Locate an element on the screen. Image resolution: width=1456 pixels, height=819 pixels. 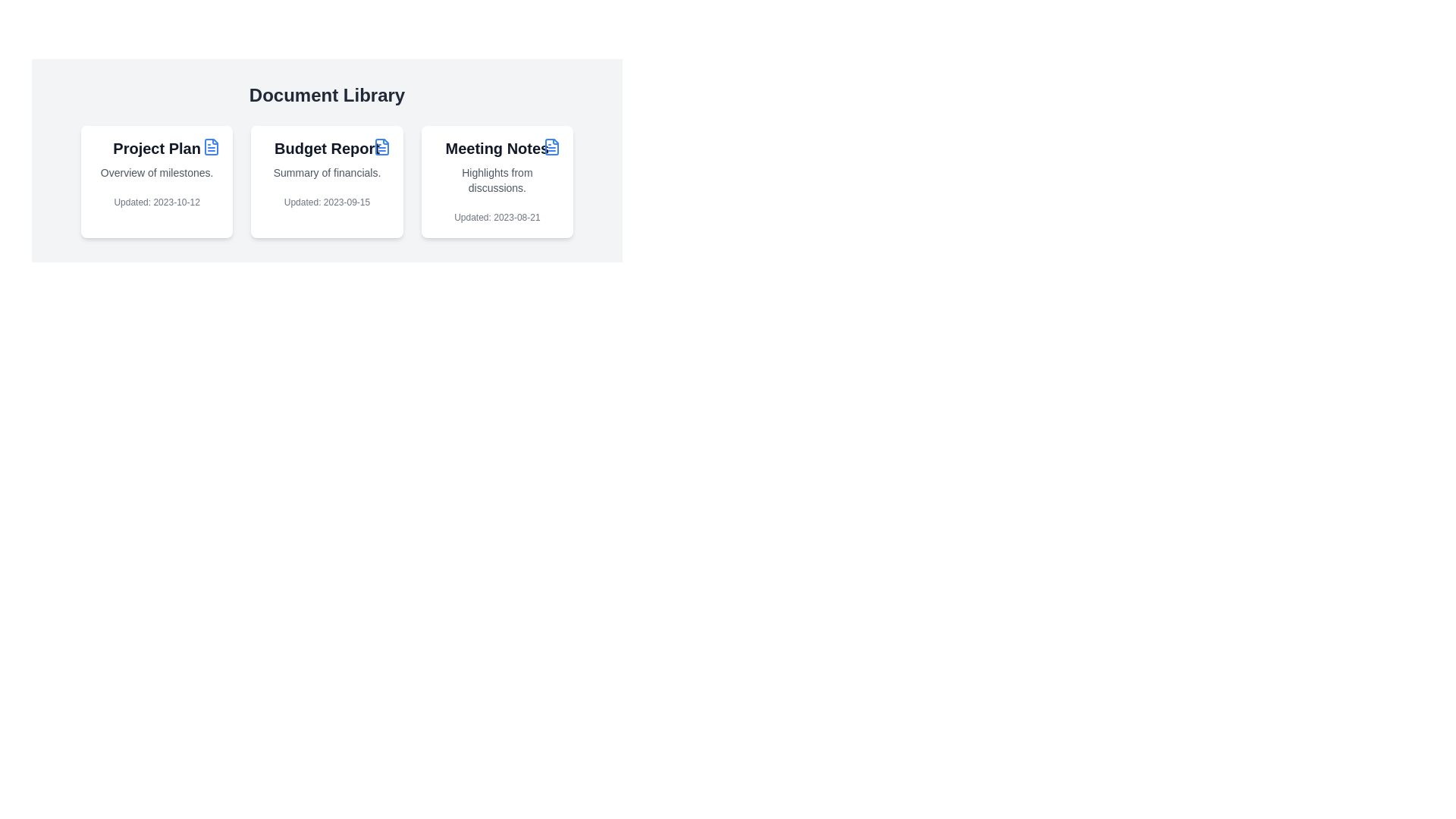
the 'Budget Report' label, which is a large, bold title text in black color, located in the second card of the horizontal list under 'Document Library' is located at coordinates (326, 149).